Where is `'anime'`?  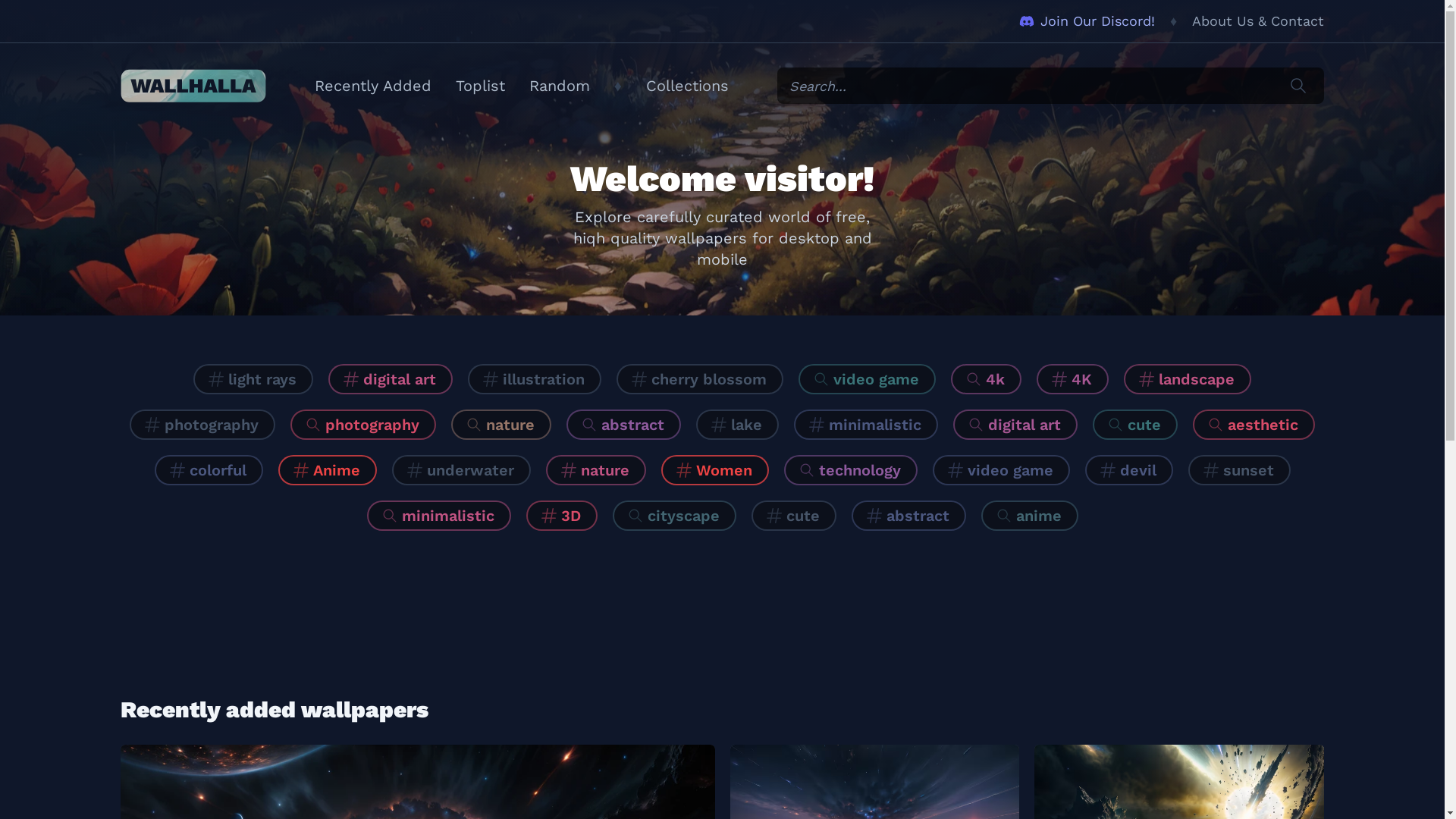
'anime' is located at coordinates (1030, 514).